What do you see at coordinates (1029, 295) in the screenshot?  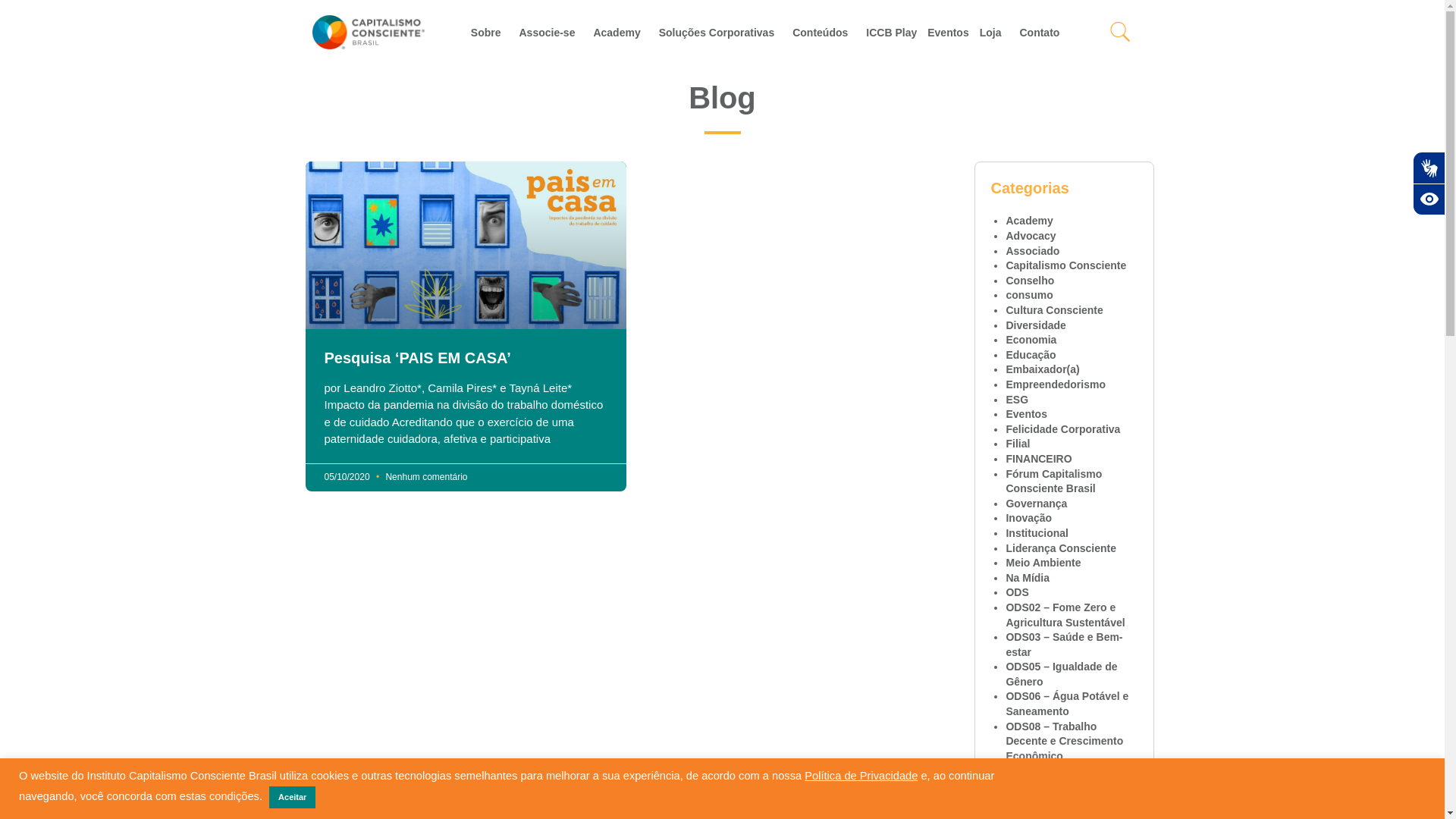 I see `'consumo'` at bounding box center [1029, 295].